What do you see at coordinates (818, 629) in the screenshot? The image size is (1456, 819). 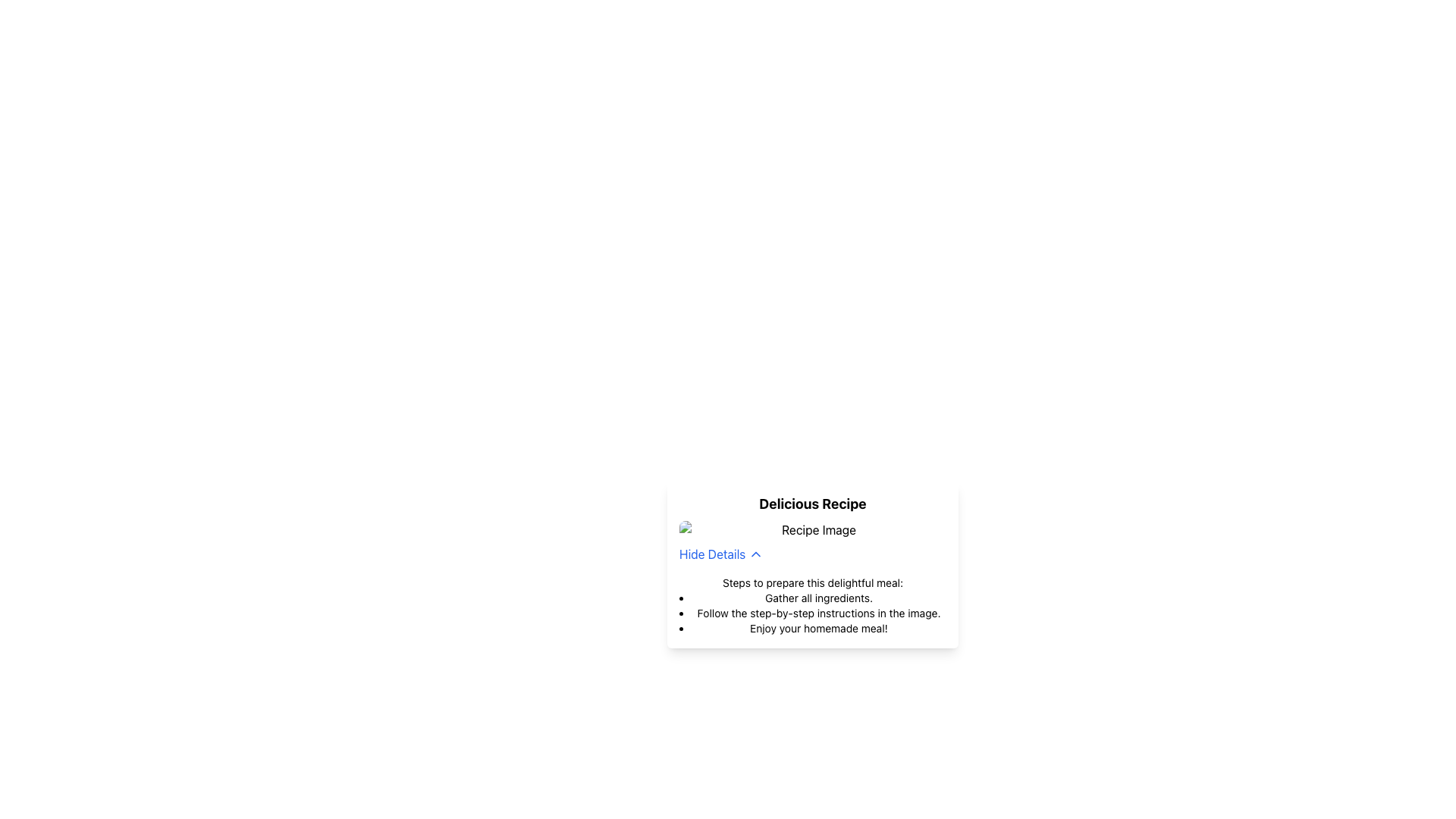 I see `the static instructional text, which is the last item in a bulleted list providing cooking instructions, located centrally towards the lower part of the interface` at bounding box center [818, 629].